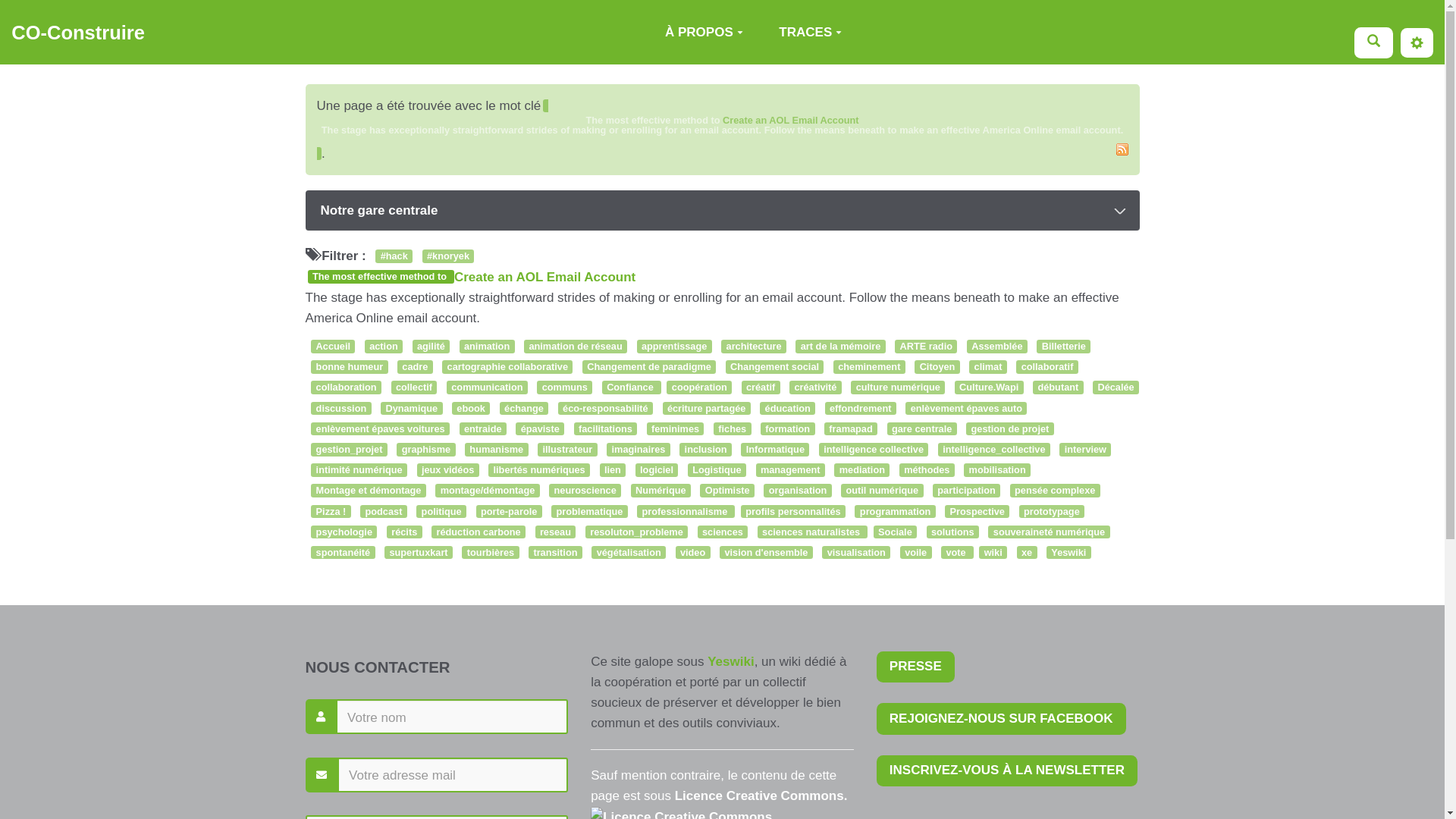  What do you see at coordinates (921, 429) in the screenshot?
I see `'gare centrale'` at bounding box center [921, 429].